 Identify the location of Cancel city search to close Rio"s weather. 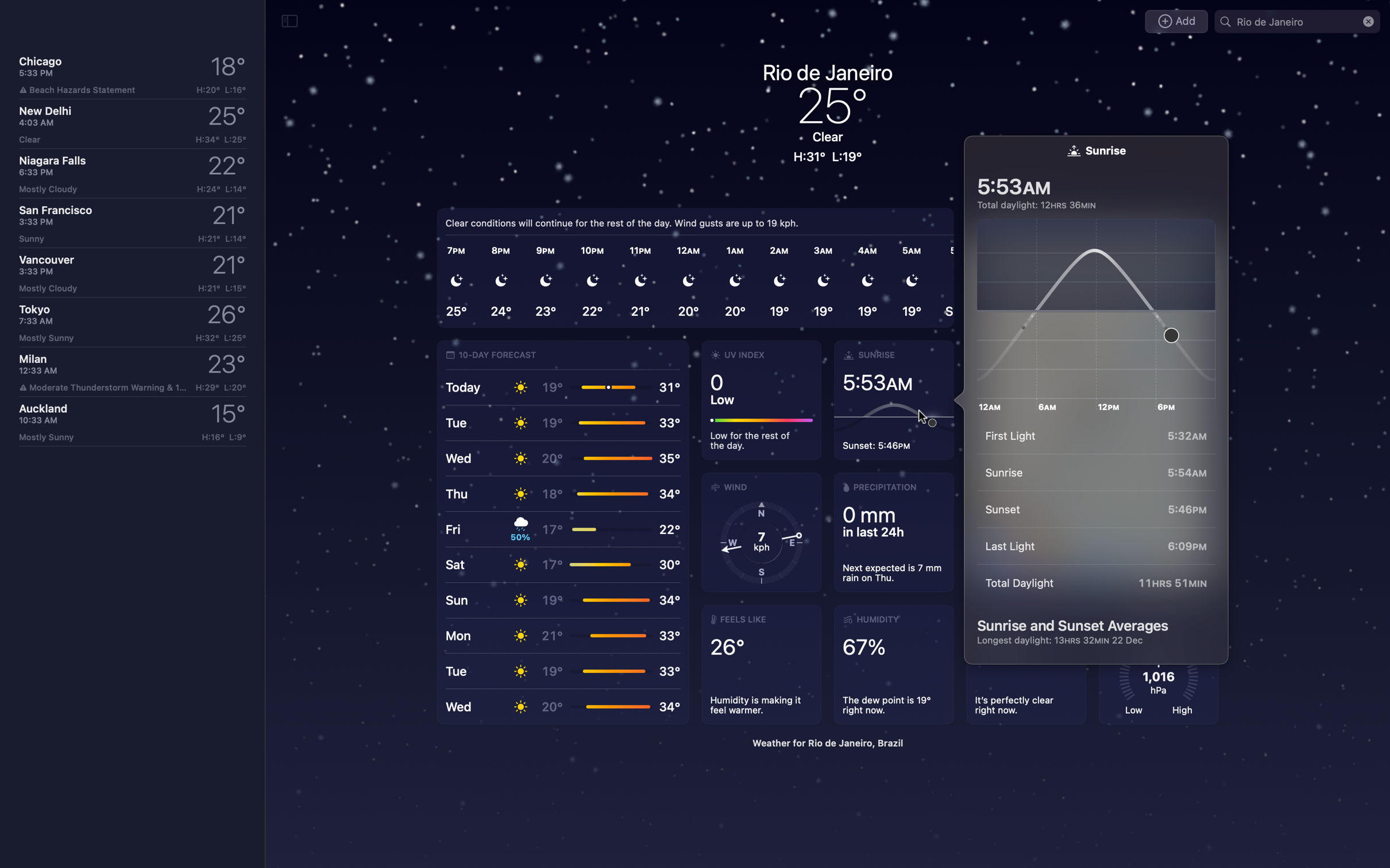
(1368, 21).